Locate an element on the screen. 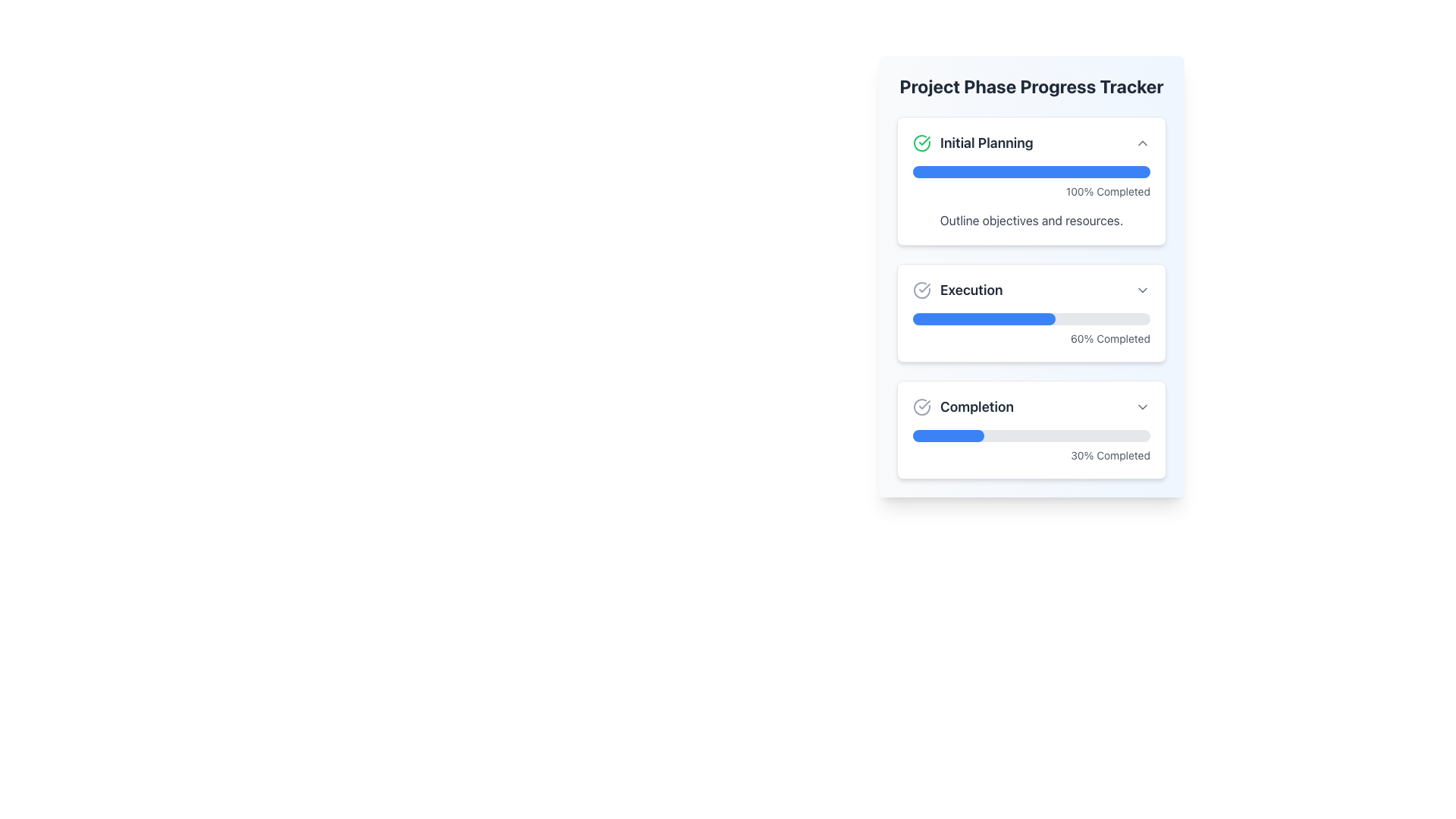  the toggle button for the 'Initial Planning' section in the 'Project Phase Progress Tracker' to receive visual feedback is located at coordinates (1143, 143).